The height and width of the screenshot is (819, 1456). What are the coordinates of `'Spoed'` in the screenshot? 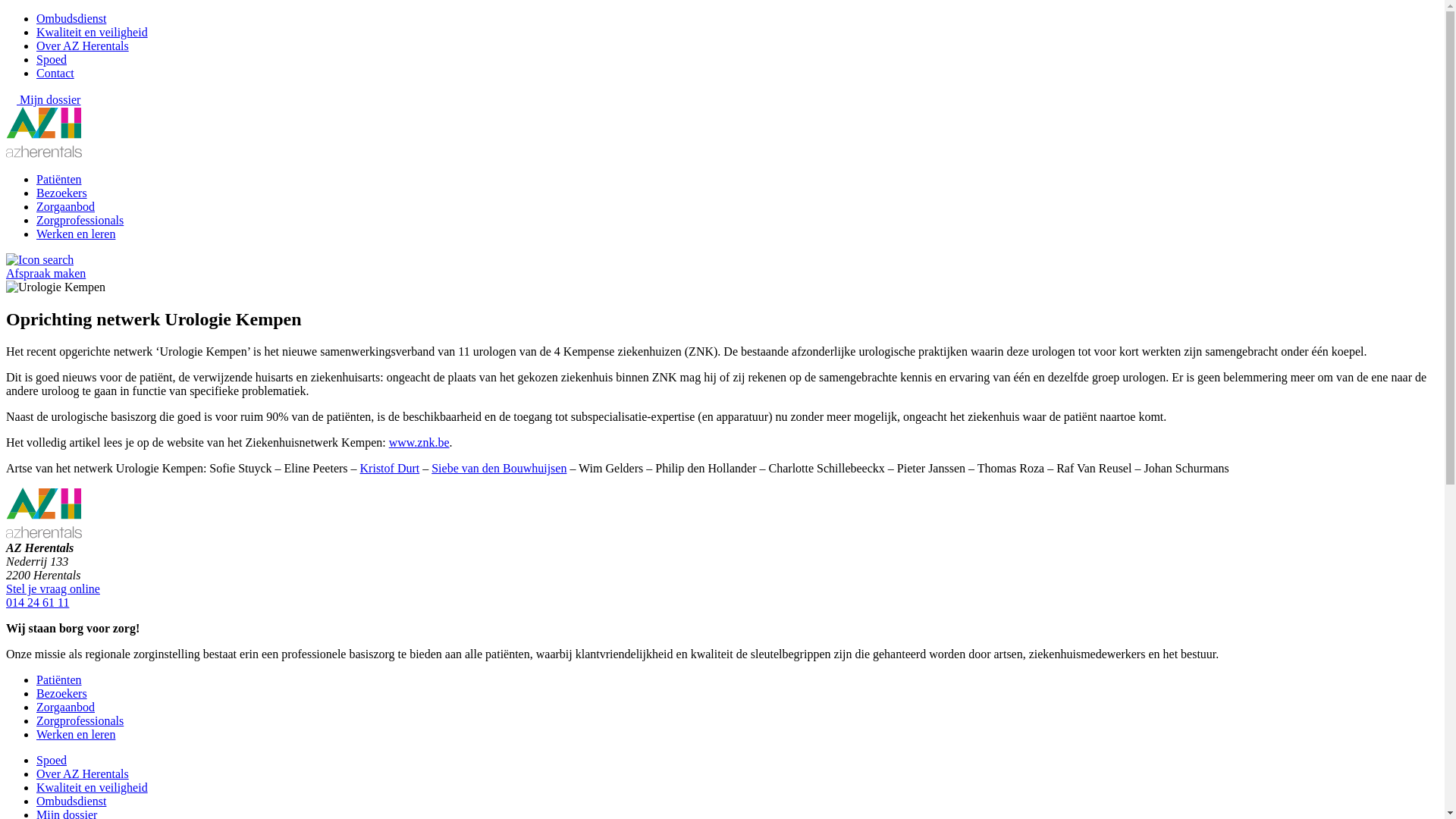 It's located at (36, 58).